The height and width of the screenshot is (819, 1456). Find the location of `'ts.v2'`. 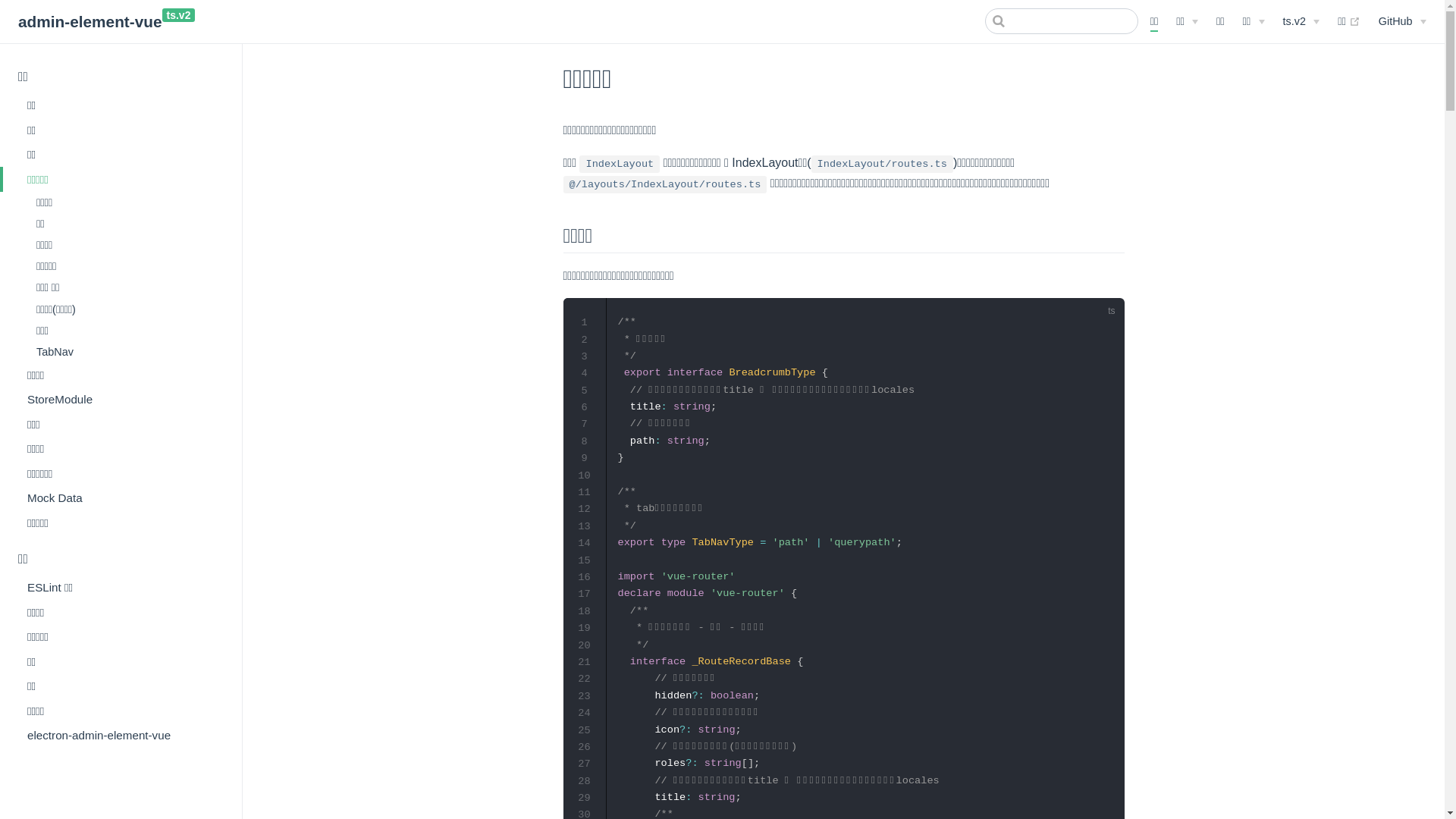

'ts.v2' is located at coordinates (1301, 20).